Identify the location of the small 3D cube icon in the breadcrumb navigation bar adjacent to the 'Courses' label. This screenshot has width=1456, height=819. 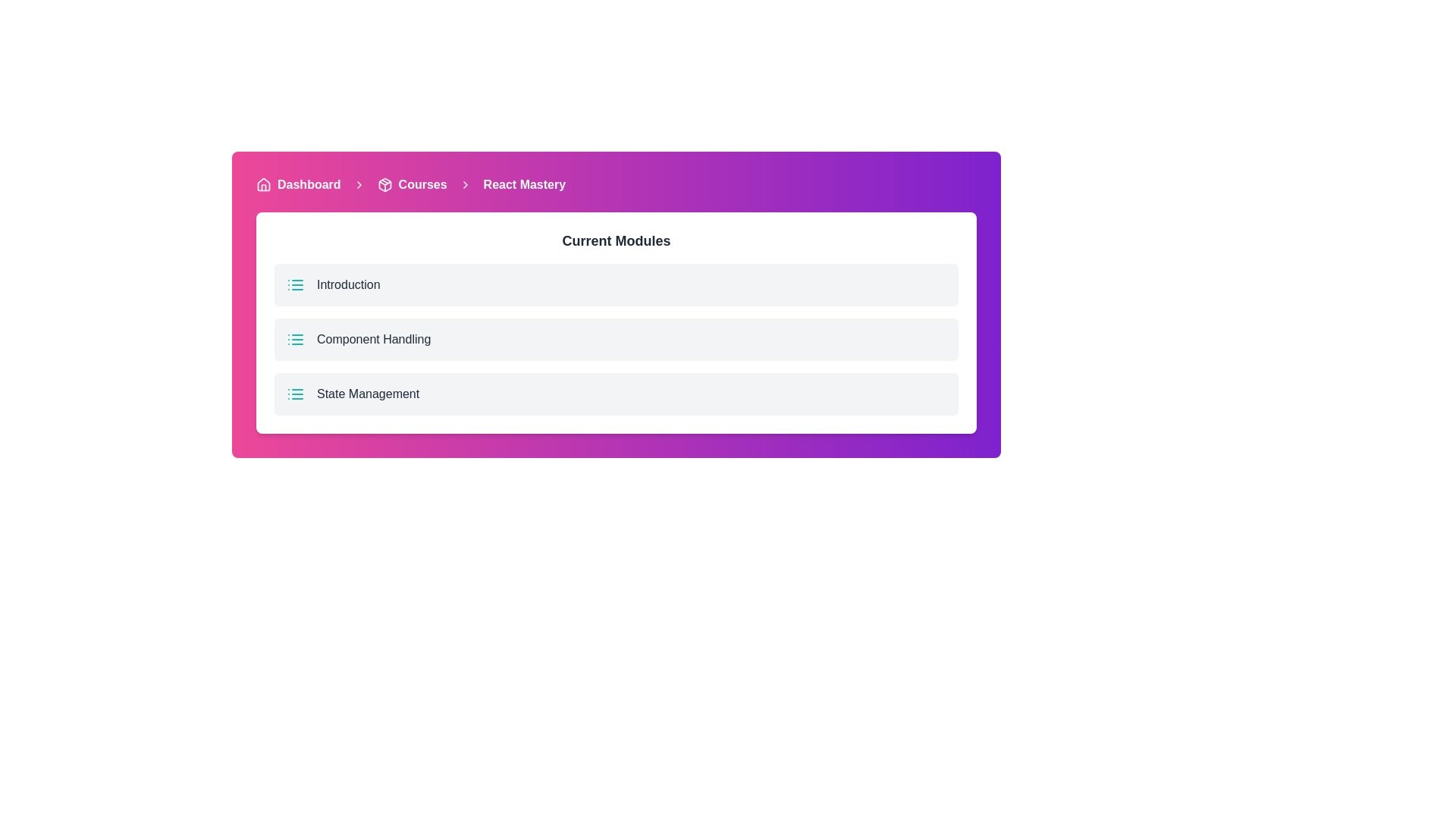
(384, 184).